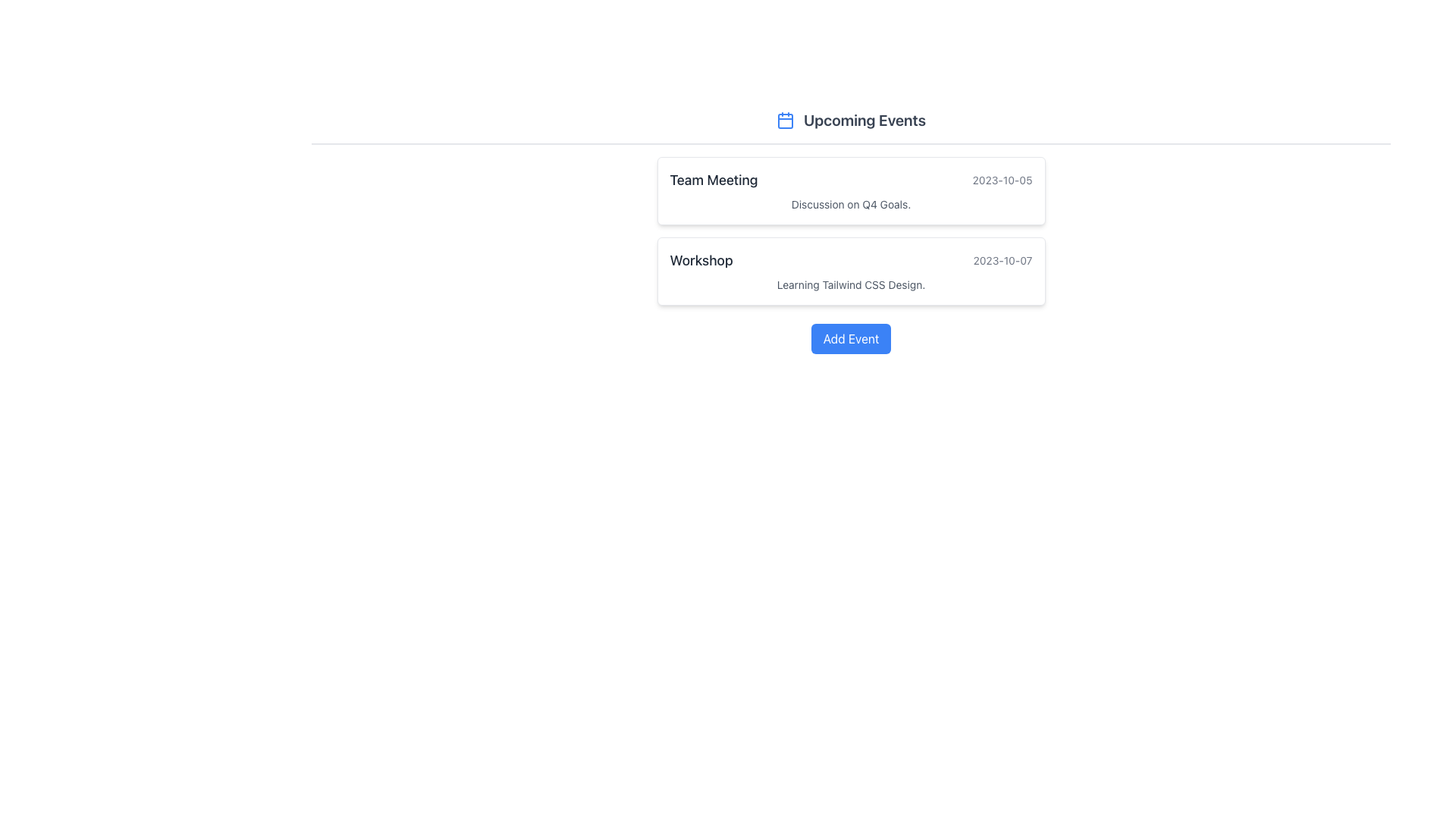 The width and height of the screenshot is (1456, 819). What do you see at coordinates (851, 119) in the screenshot?
I see `the text heading component located at the top-center of the event management section, which serves as the title for upcoming events` at bounding box center [851, 119].